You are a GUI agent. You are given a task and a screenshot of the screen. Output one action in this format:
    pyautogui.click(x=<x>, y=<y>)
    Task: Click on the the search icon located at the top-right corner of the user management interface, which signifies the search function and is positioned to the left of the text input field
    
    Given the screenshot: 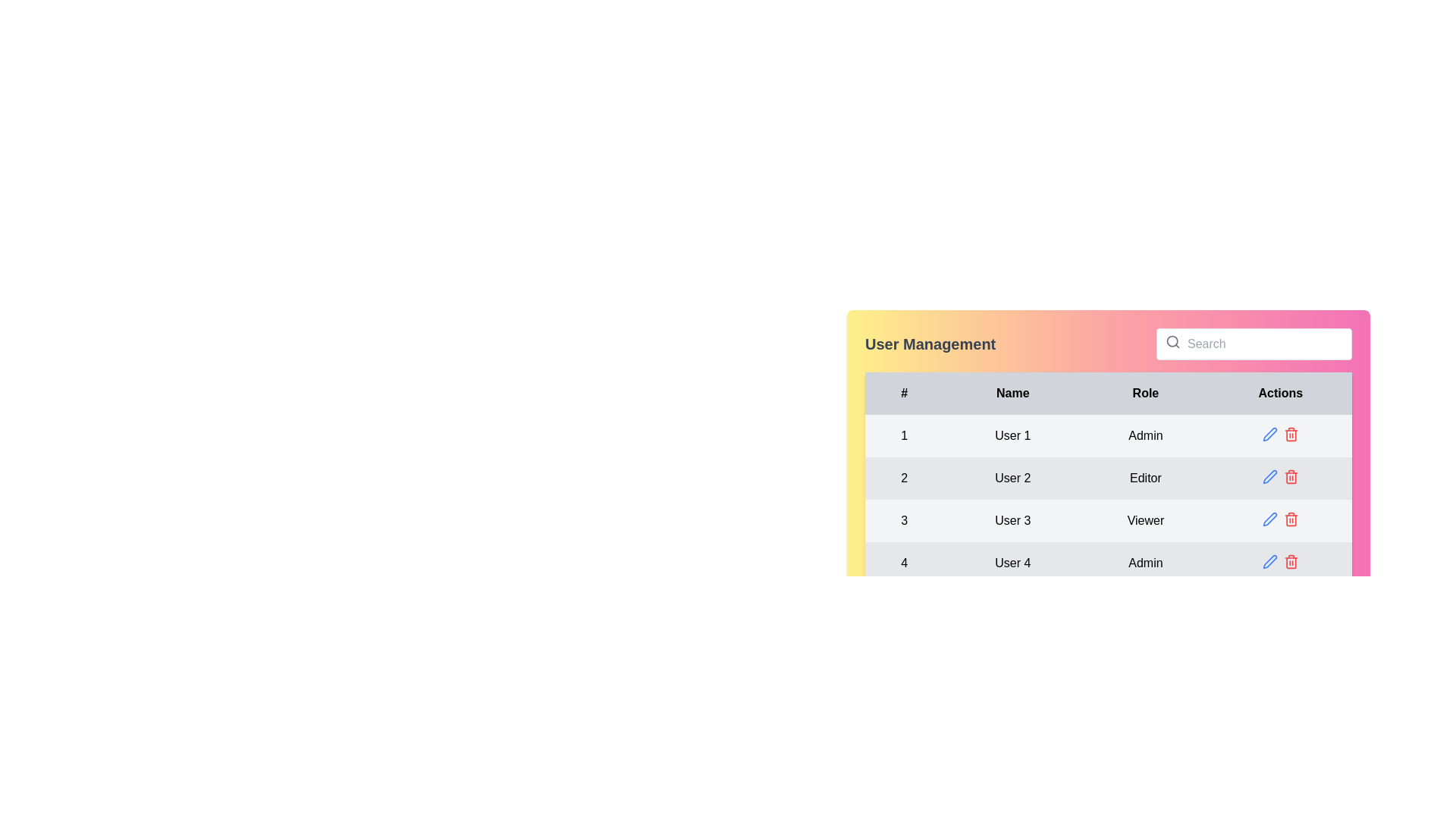 What is the action you would take?
    pyautogui.click(x=1172, y=342)
    